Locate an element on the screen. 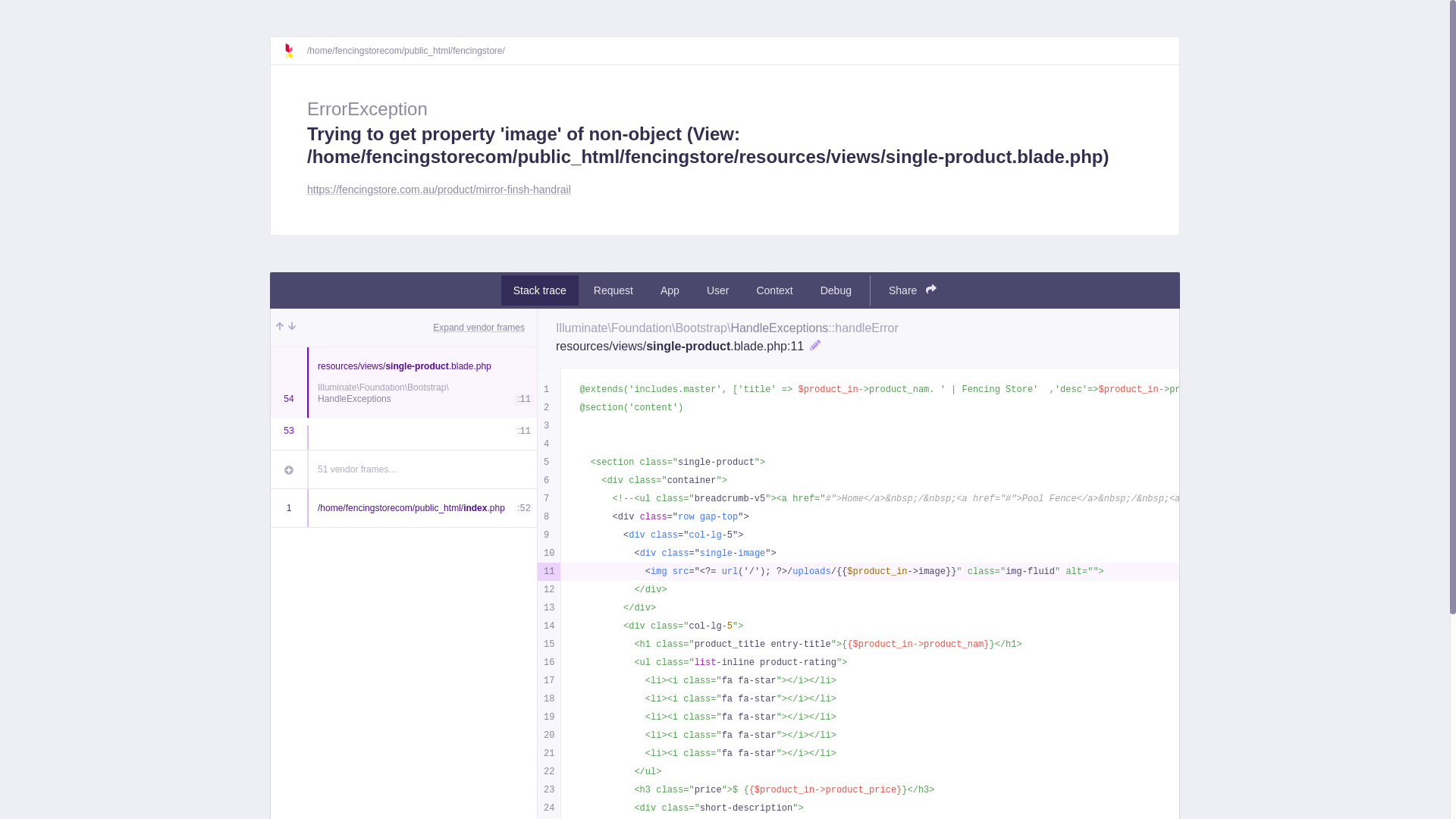 This screenshot has height=819, width=1456. 'Frame up (Key:K)' is located at coordinates (280, 327).